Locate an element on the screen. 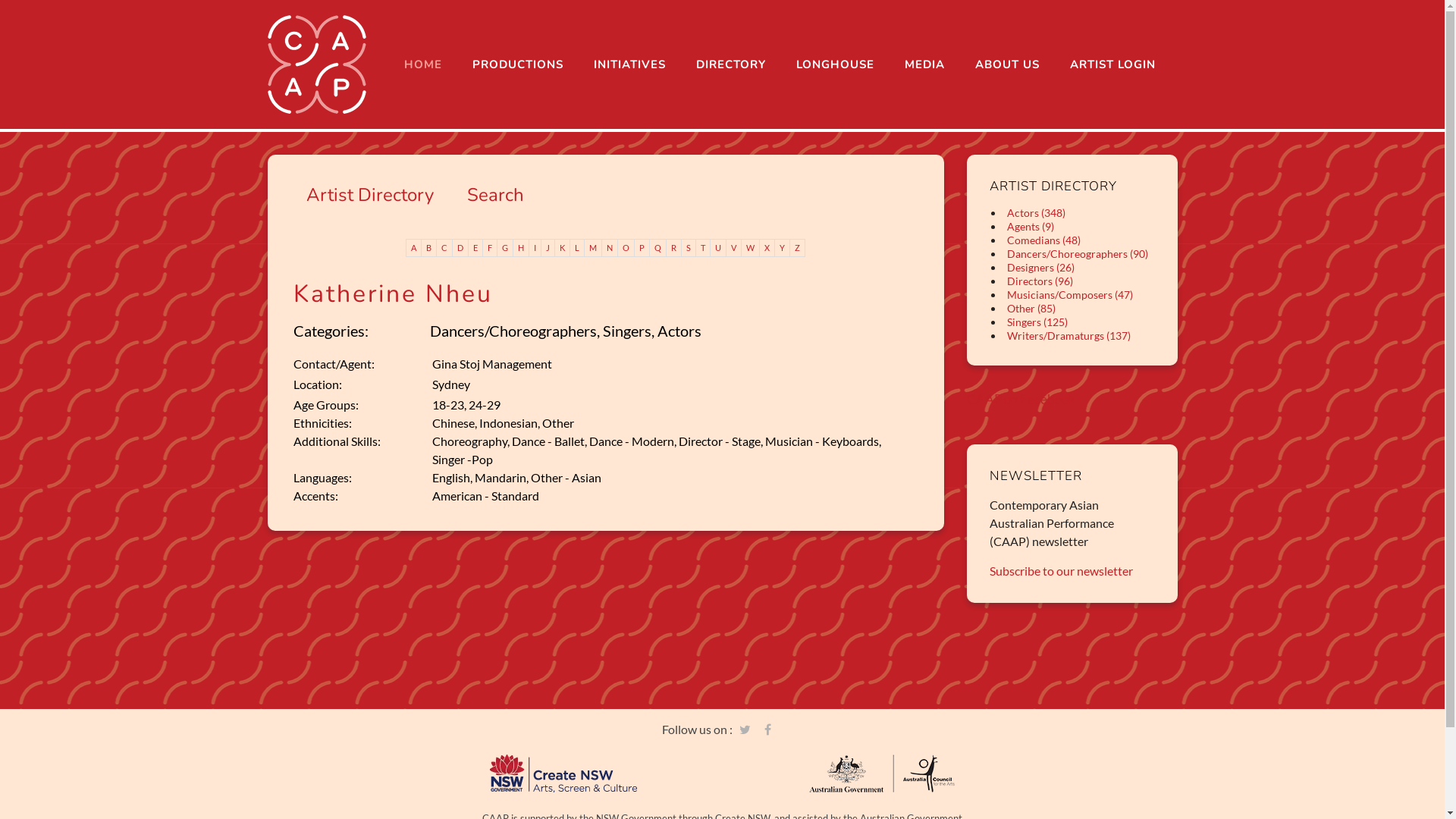  'R' is located at coordinates (673, 247).